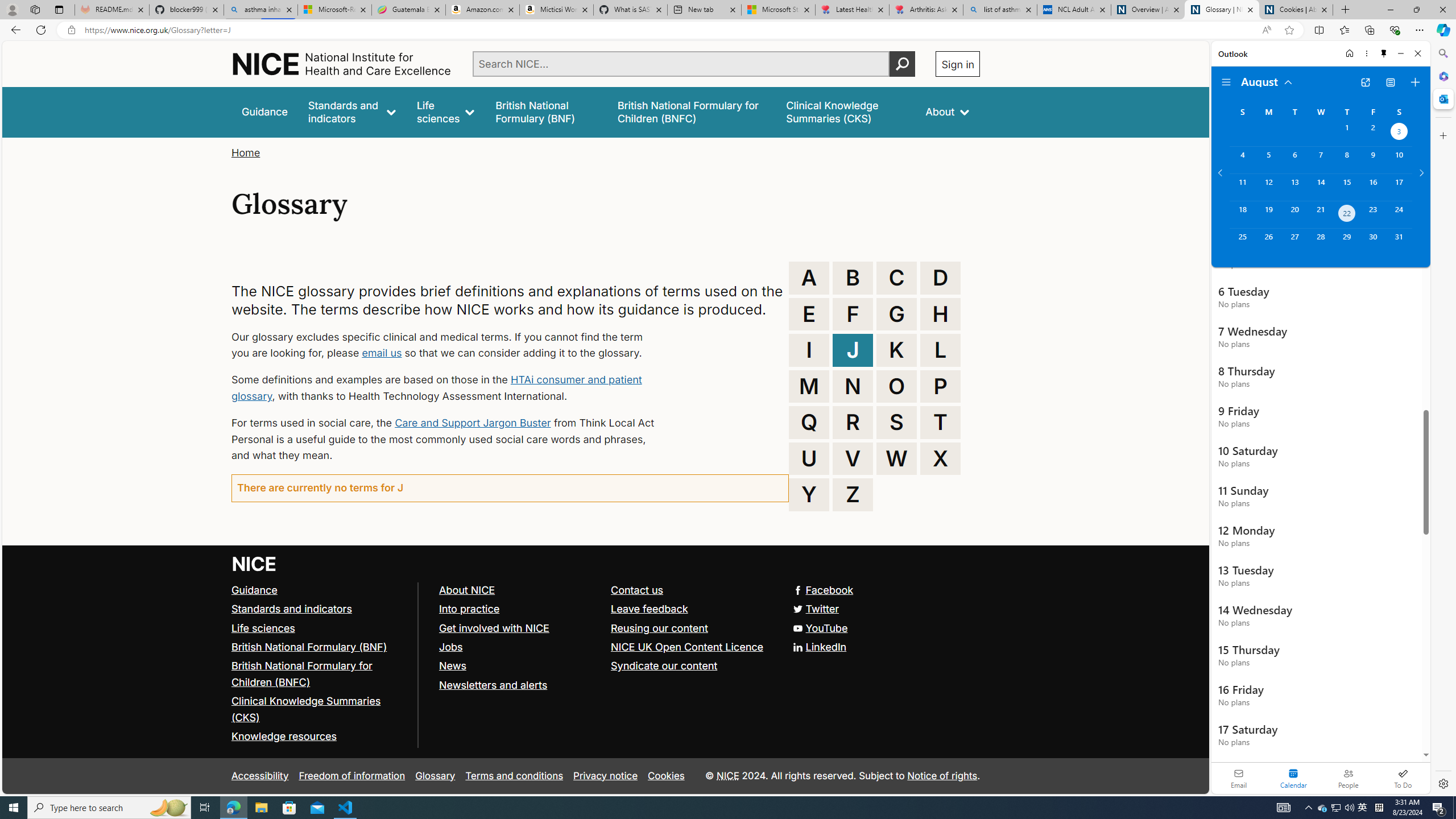 Image resolution: width=1456 pixels, height=819 pixels. What do you see at coordinates (1242, 242) in the screenshot?
I see `'Sunday, August 25, 2024. '` at bounding box center [1242, 242].